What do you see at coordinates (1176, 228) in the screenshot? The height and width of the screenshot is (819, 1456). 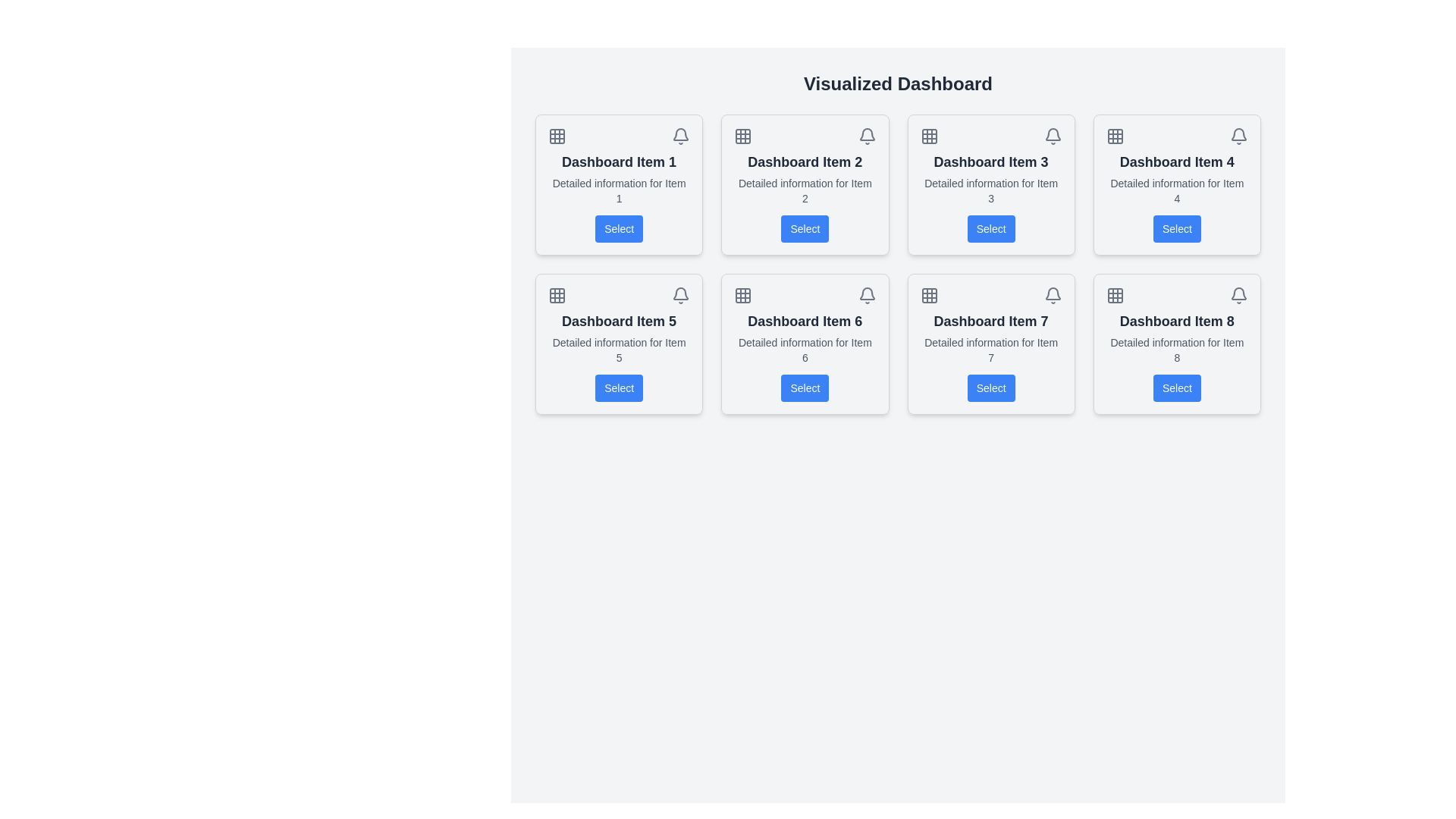 I see `the 'Select' button with a blue background and white text located in the fourth item of the dashboard grid to observe the hover effect` at bounding box center [1176, 228].